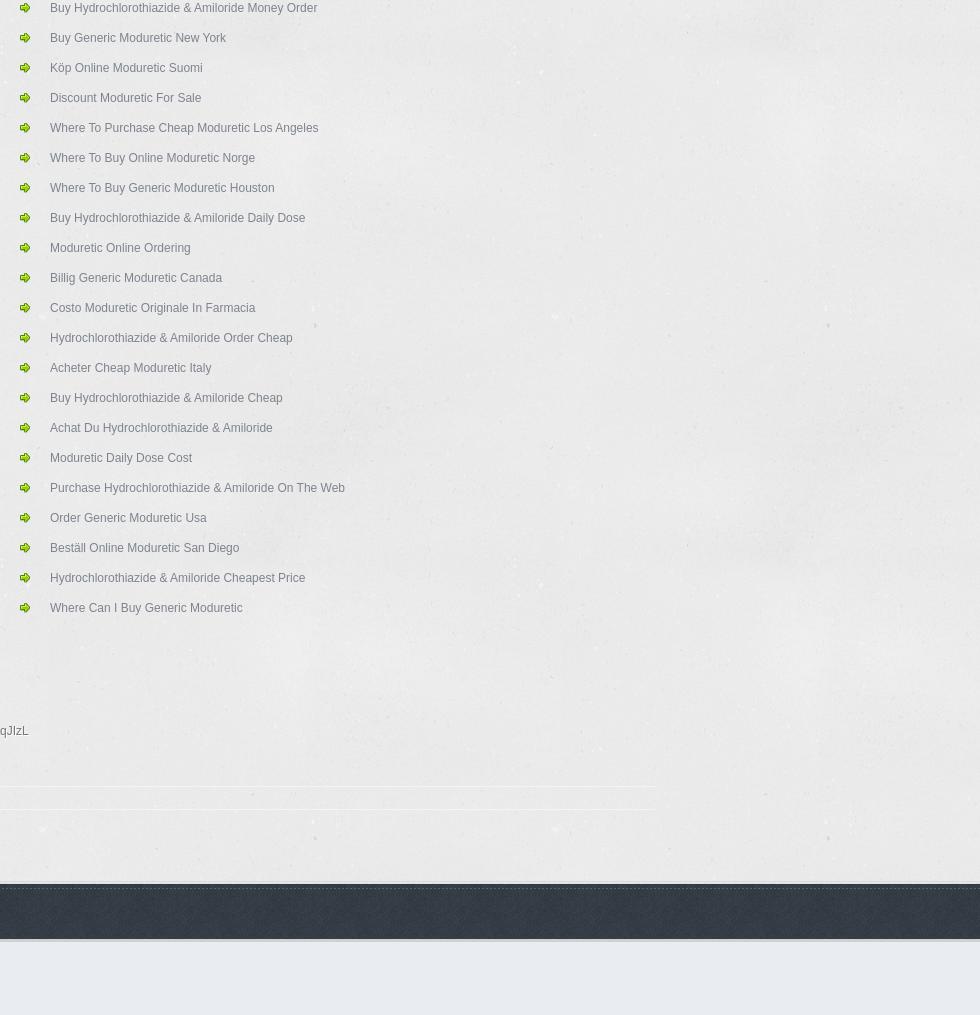 This screenshot has width=980, height=1015. I want to click on 'Purchase Hydrochlorothiazide & Amiloride  On The Web', so click(197, 487).